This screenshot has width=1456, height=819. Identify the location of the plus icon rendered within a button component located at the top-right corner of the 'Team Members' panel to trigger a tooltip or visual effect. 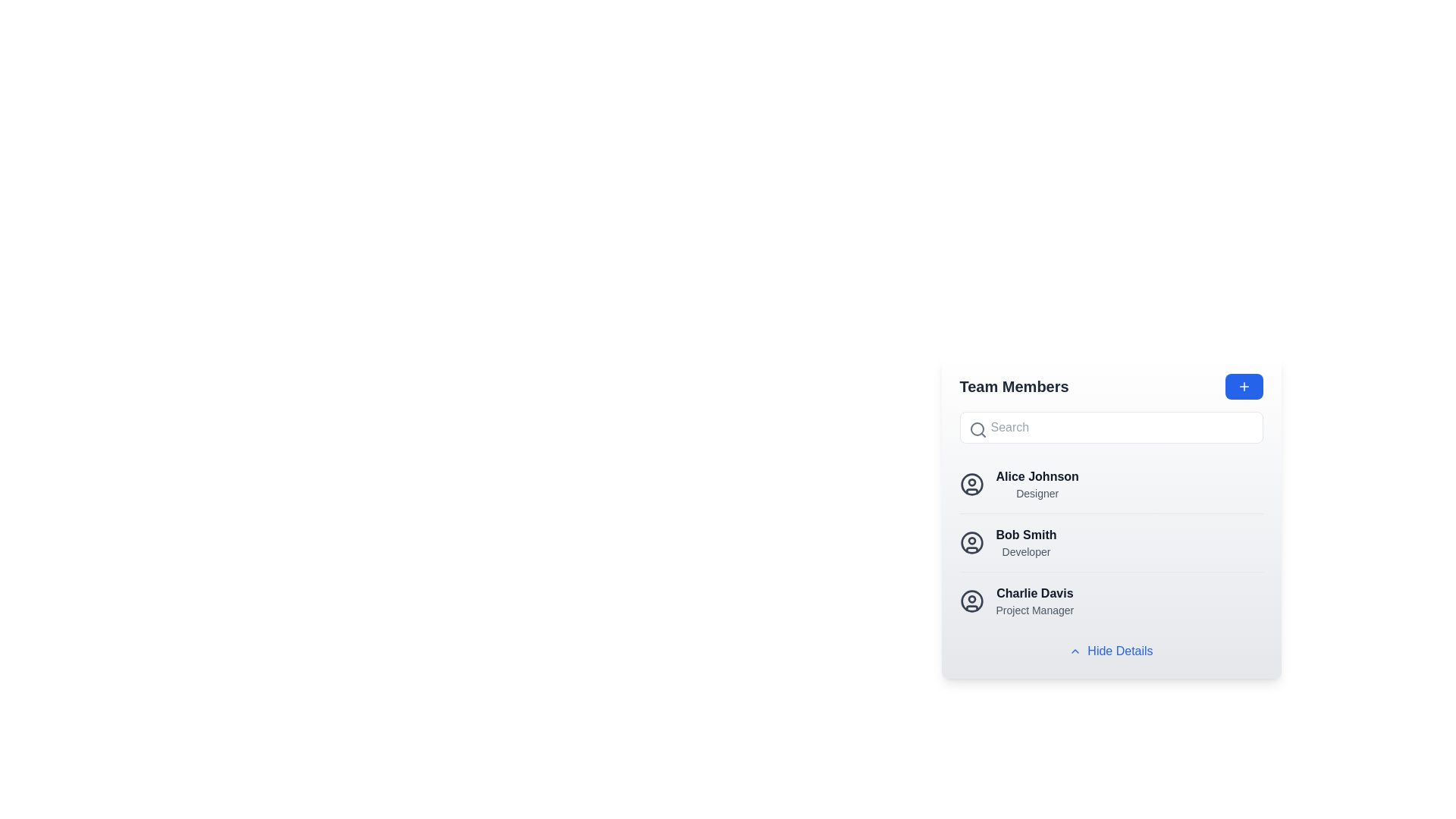
(1244, 385).